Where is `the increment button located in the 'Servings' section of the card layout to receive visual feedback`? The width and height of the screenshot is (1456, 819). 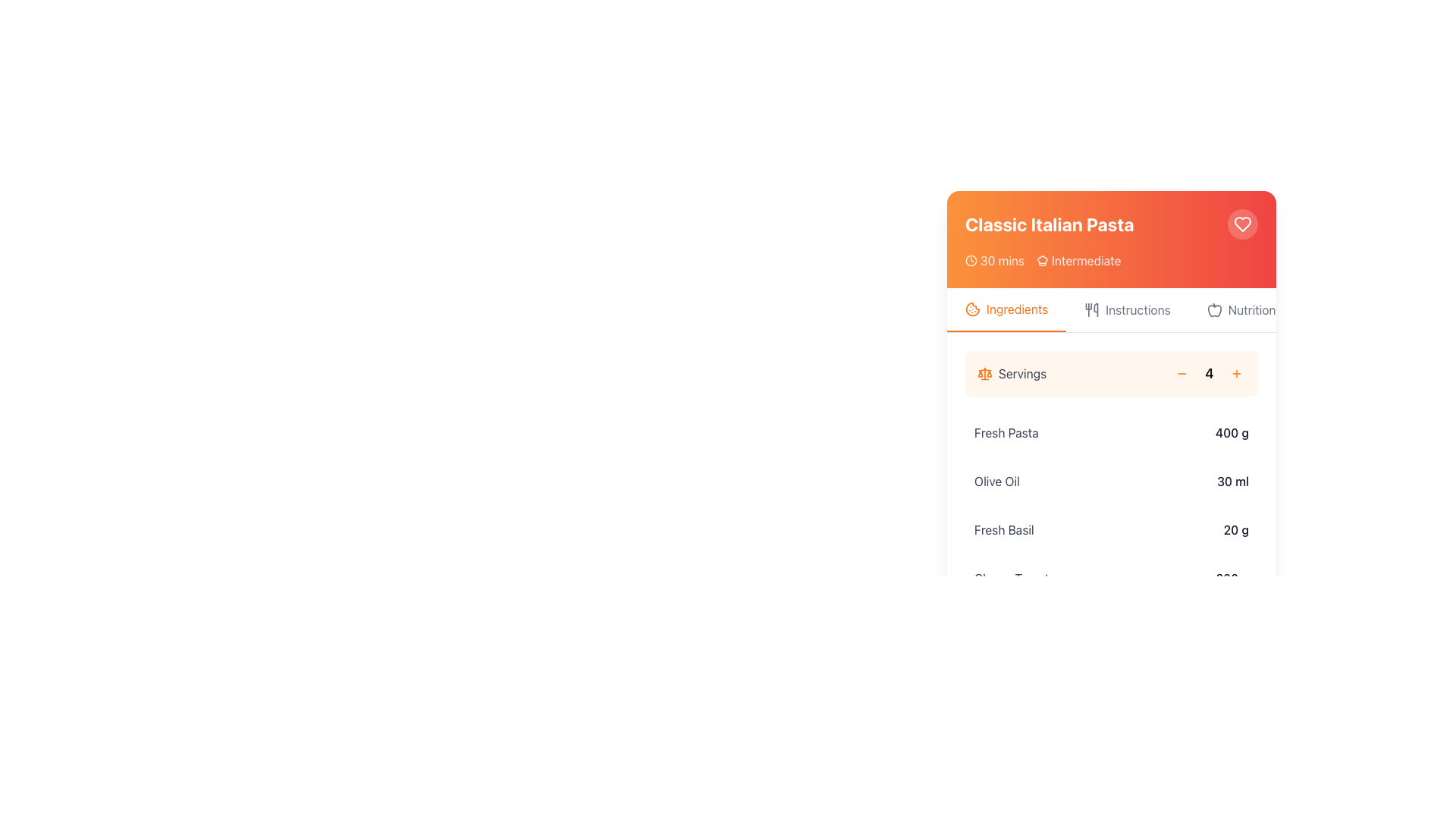
the increment button located in the 'Servings' section of the card layout to receive visual feedback is located at coordinates (1237, 374).